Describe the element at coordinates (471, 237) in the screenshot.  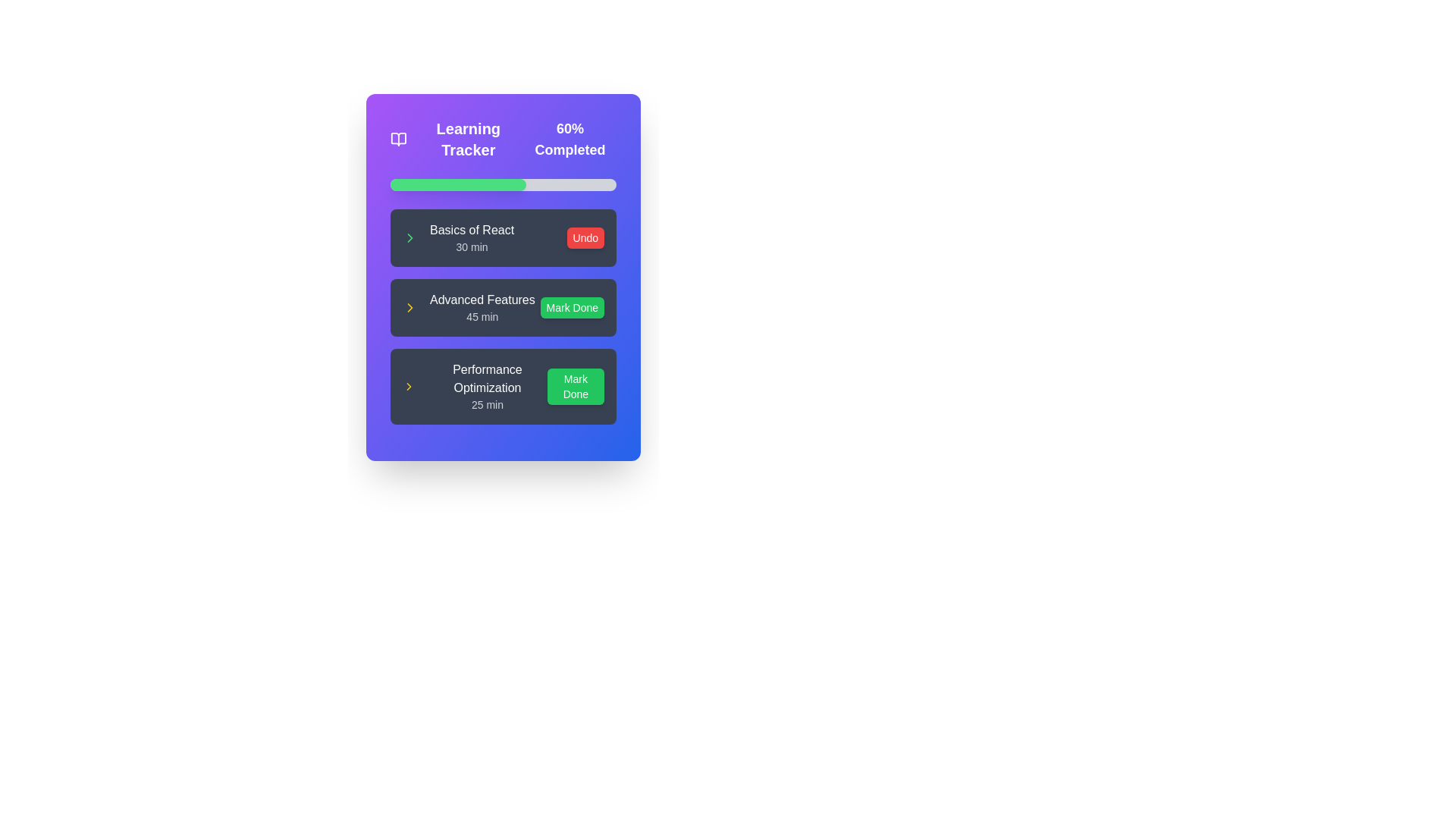
I see `the Text Label for the course module 'Basics of React' to focus the containing box` at that location.